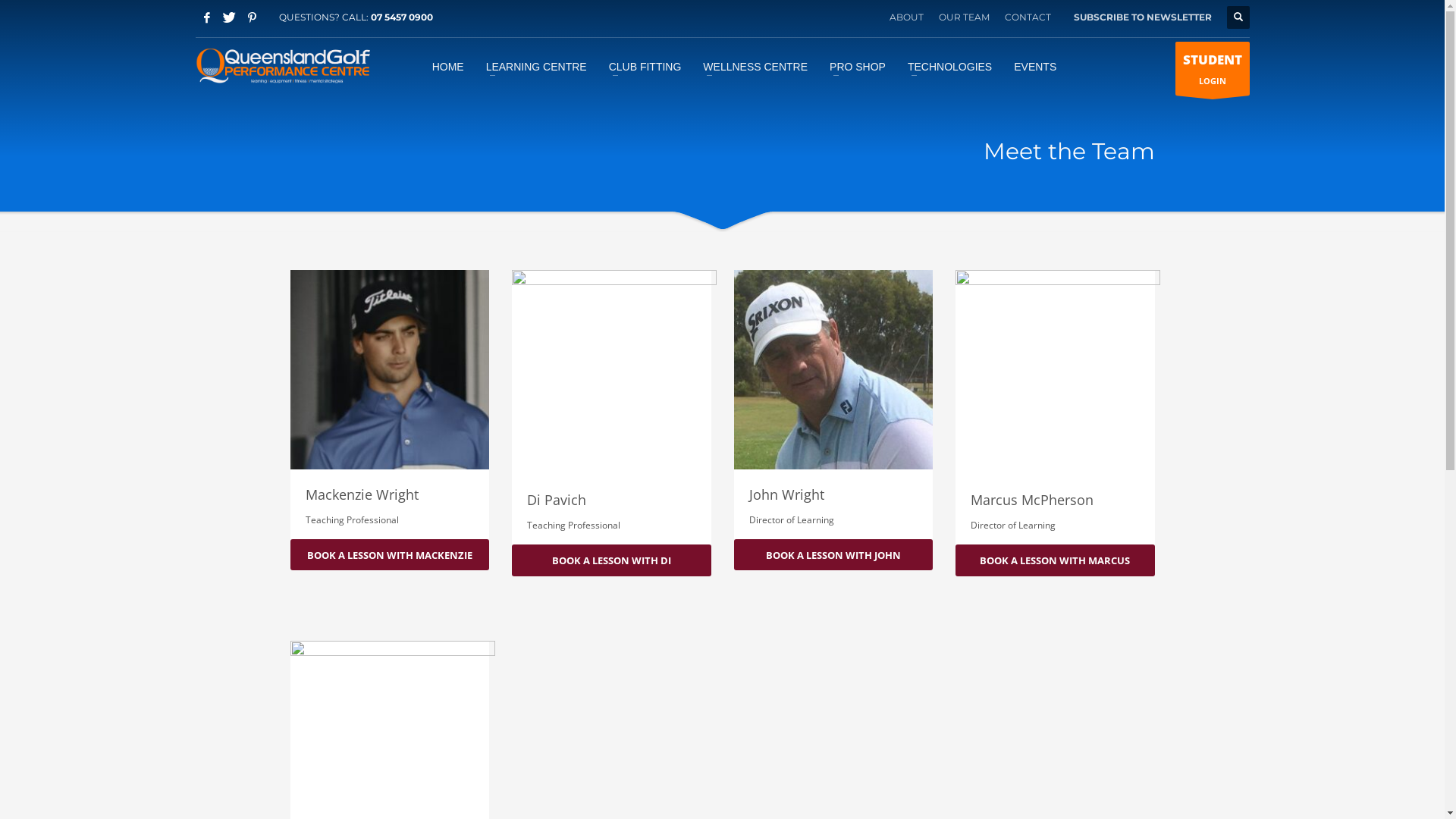 The width and height of the screenshot is (1456, 819). I want to click on 'BOOK A LESSON WITH MARCUS', so click(954, 560).